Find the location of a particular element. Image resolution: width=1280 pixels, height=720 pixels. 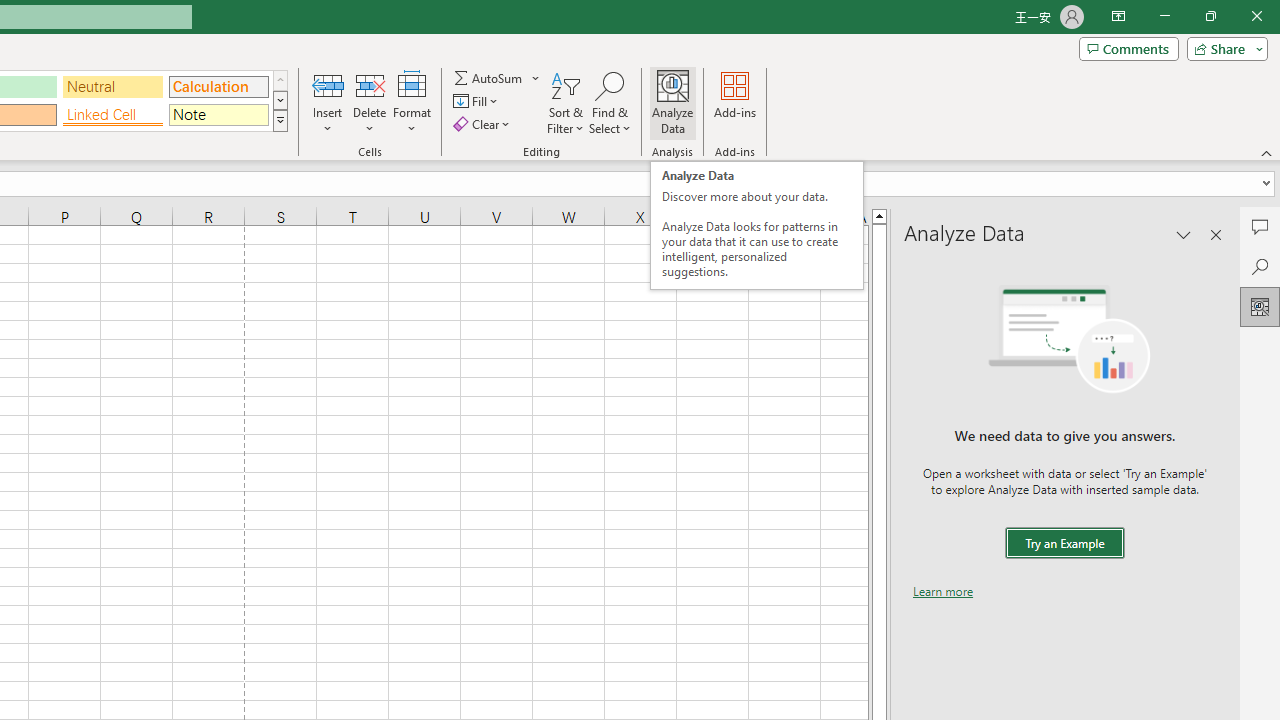

'Insert' is located at coordinates (328, 103).